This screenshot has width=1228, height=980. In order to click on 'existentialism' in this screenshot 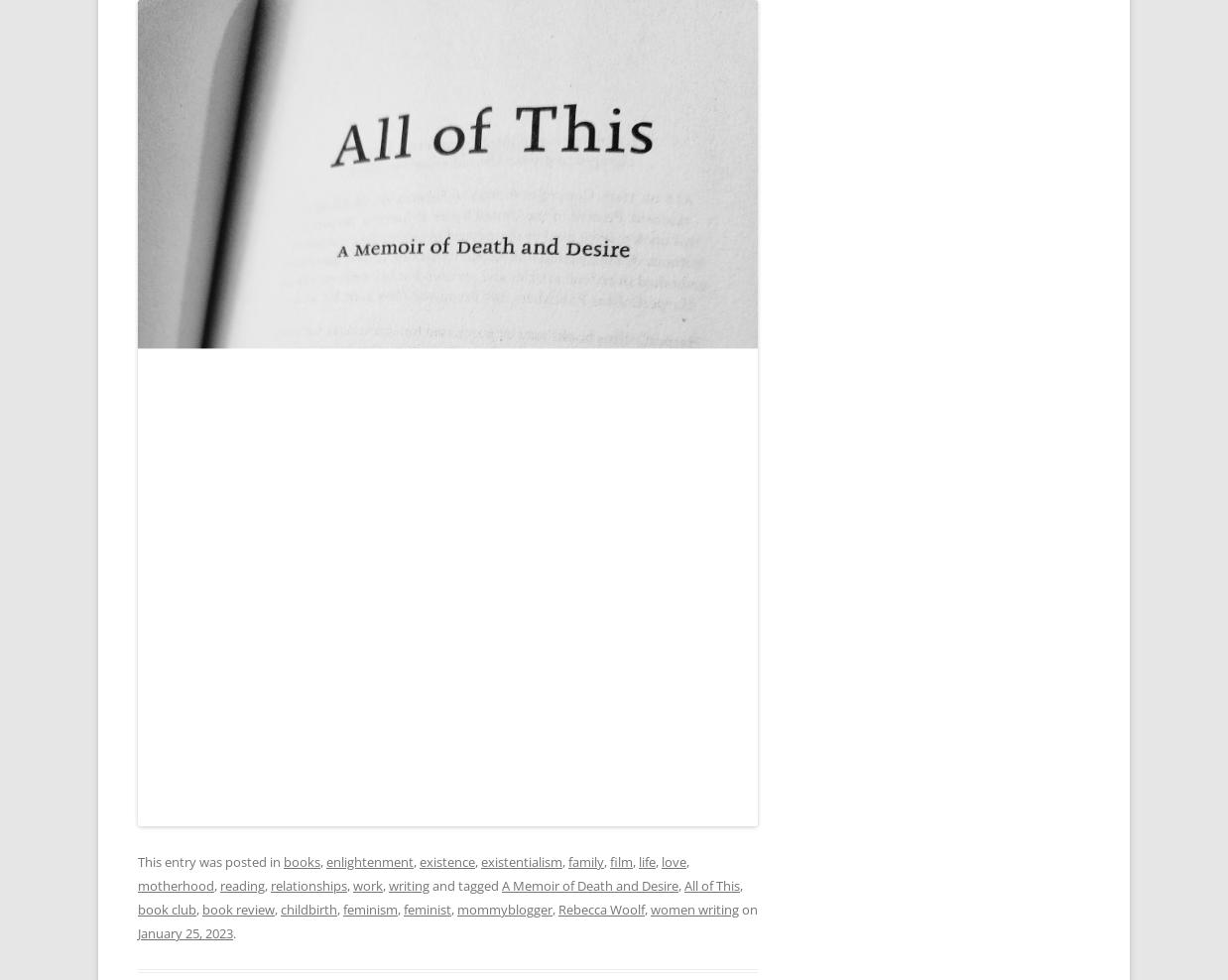, I will do `click(522, 861)`.